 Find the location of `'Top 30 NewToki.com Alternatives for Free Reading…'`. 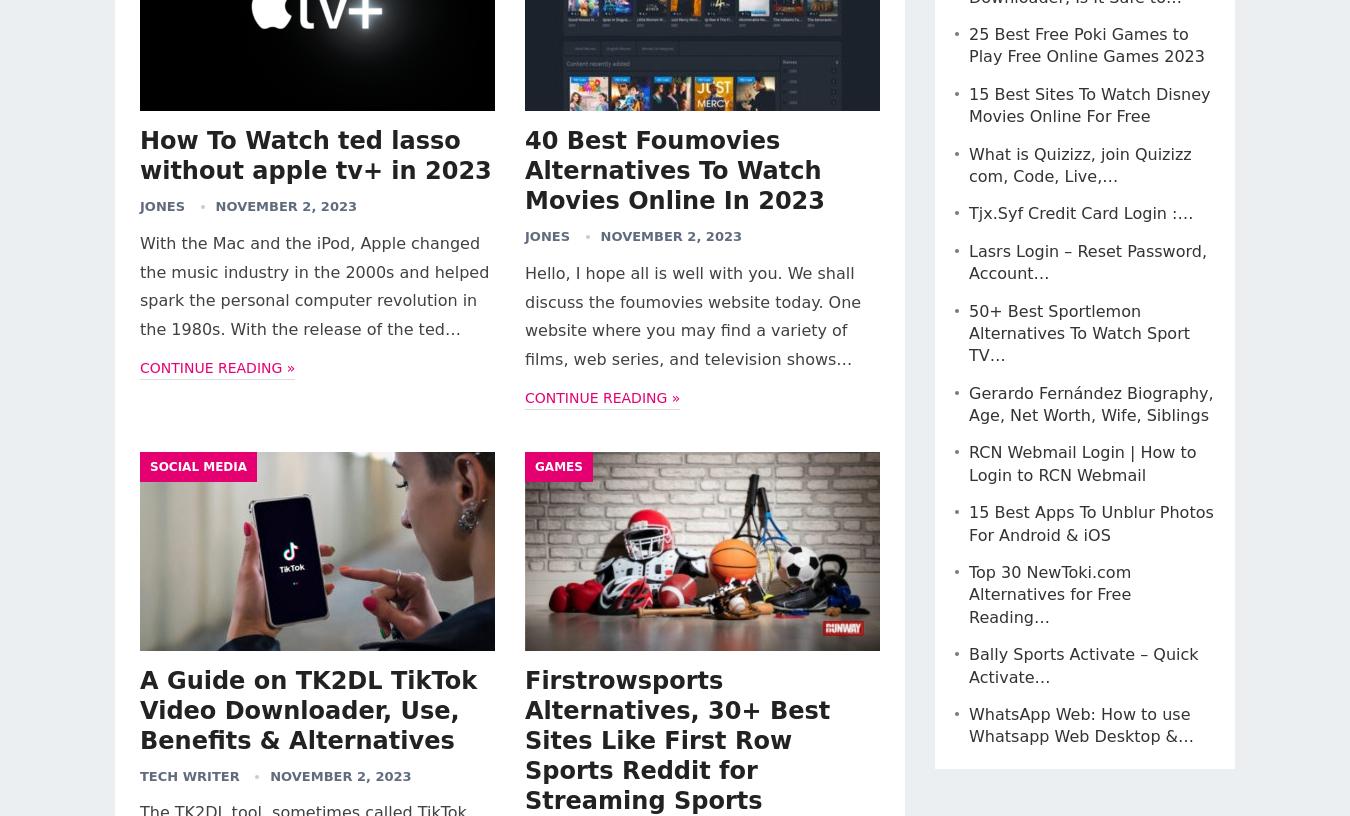

'Top 30 NewToki.com Alternatives for Free Reading…' is located at coordinates (1050, 594).